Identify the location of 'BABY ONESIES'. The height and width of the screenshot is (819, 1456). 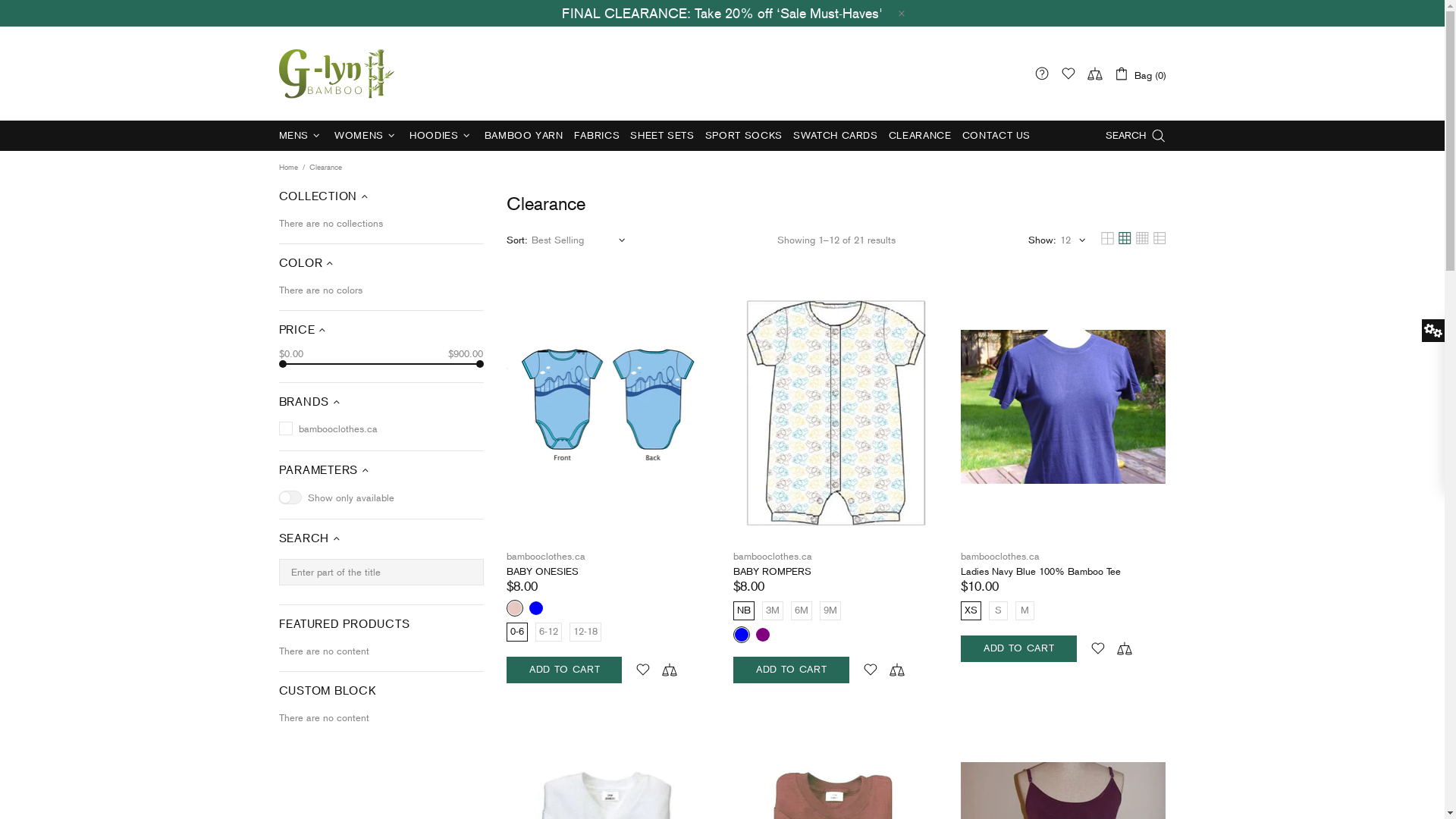
(542, 571).